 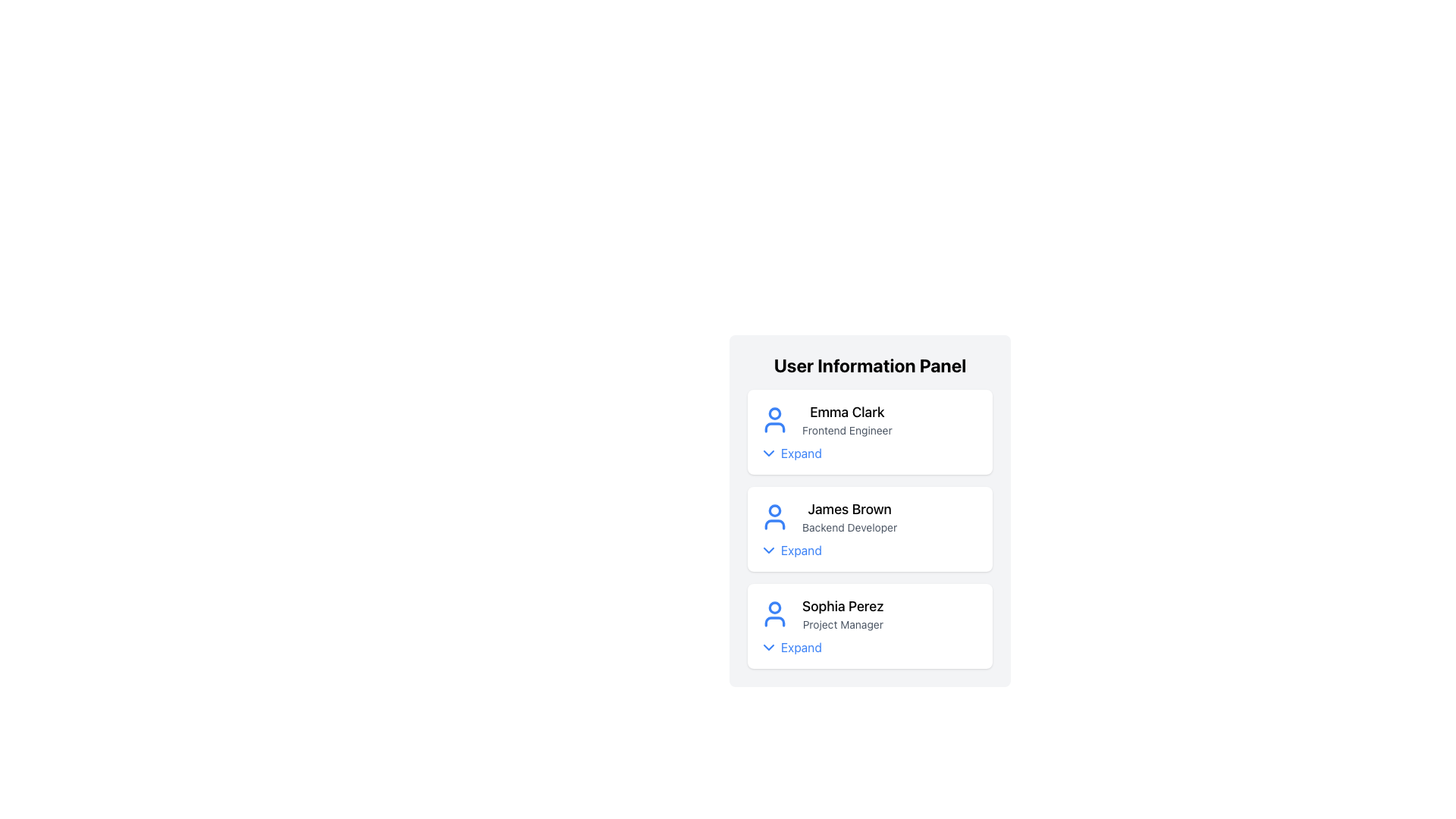 I want to click on the bottom arc of the user avatar icon within the profile card of 'James Brown', located inside the second user section of the information panel, so click(x=775, y=523).